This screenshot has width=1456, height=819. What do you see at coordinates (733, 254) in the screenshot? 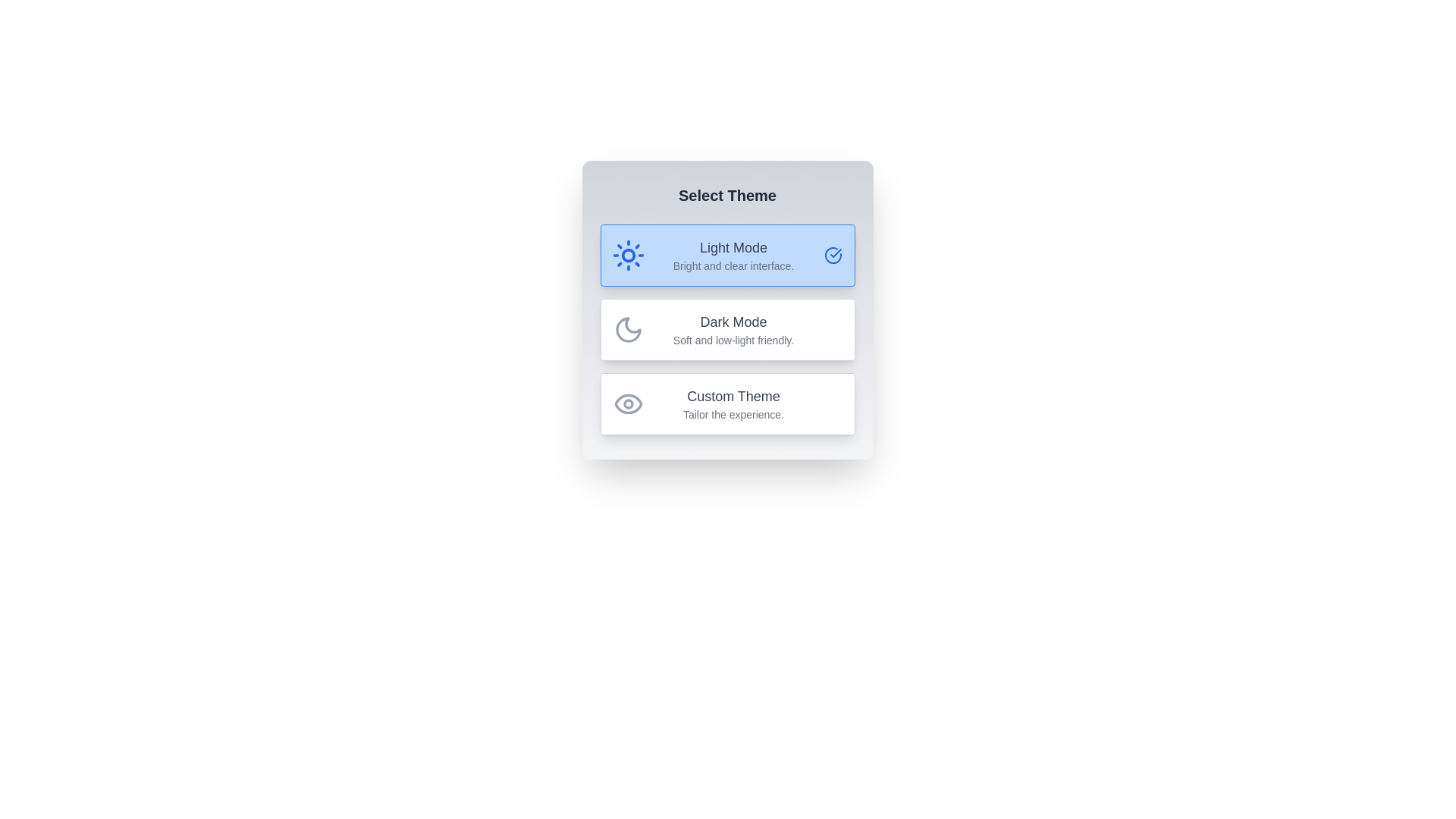
I see `the text block that describes the 'Light Mode' theme option` at bounding box center [733, 254].